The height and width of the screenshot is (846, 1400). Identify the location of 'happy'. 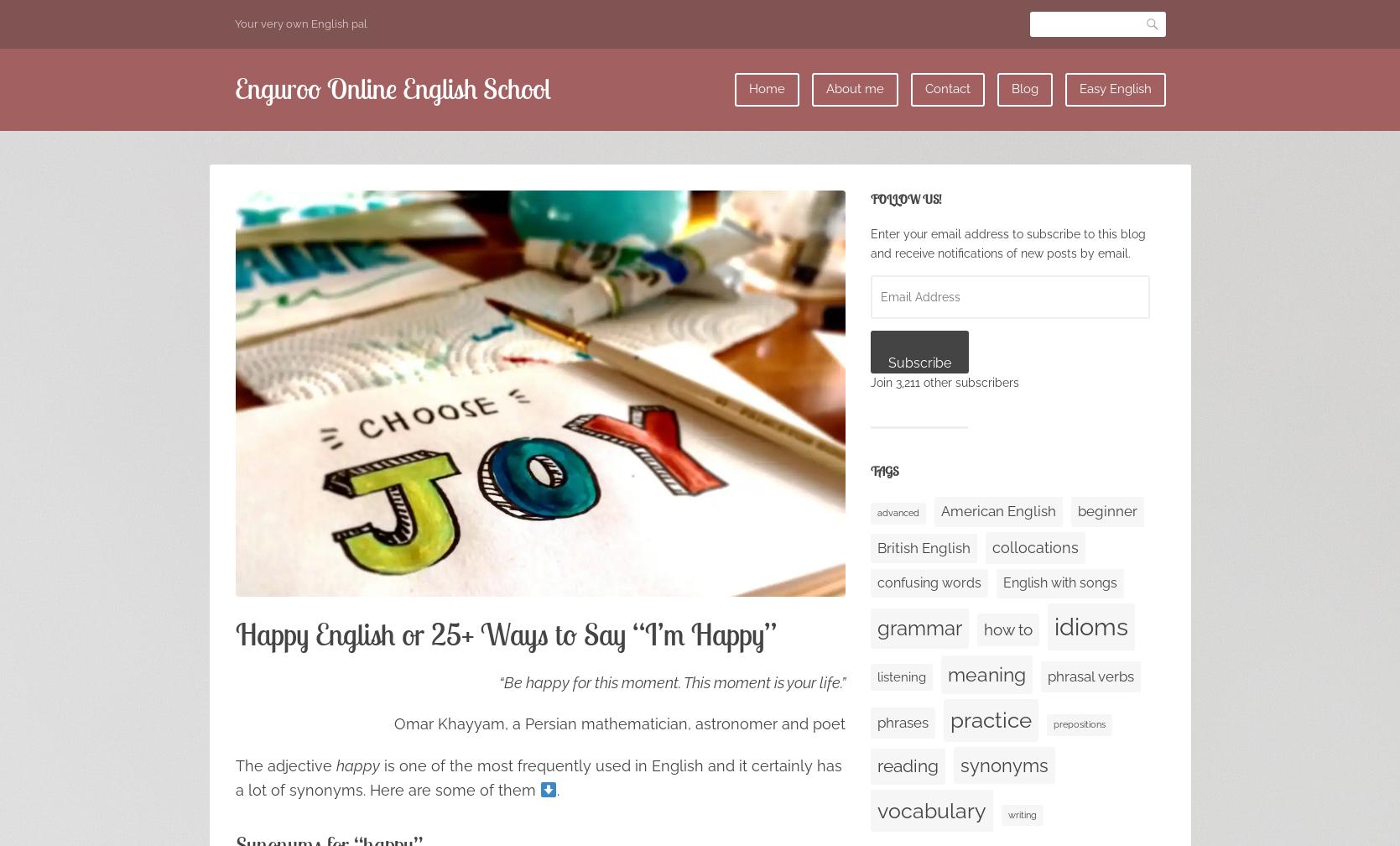
(356, 765).